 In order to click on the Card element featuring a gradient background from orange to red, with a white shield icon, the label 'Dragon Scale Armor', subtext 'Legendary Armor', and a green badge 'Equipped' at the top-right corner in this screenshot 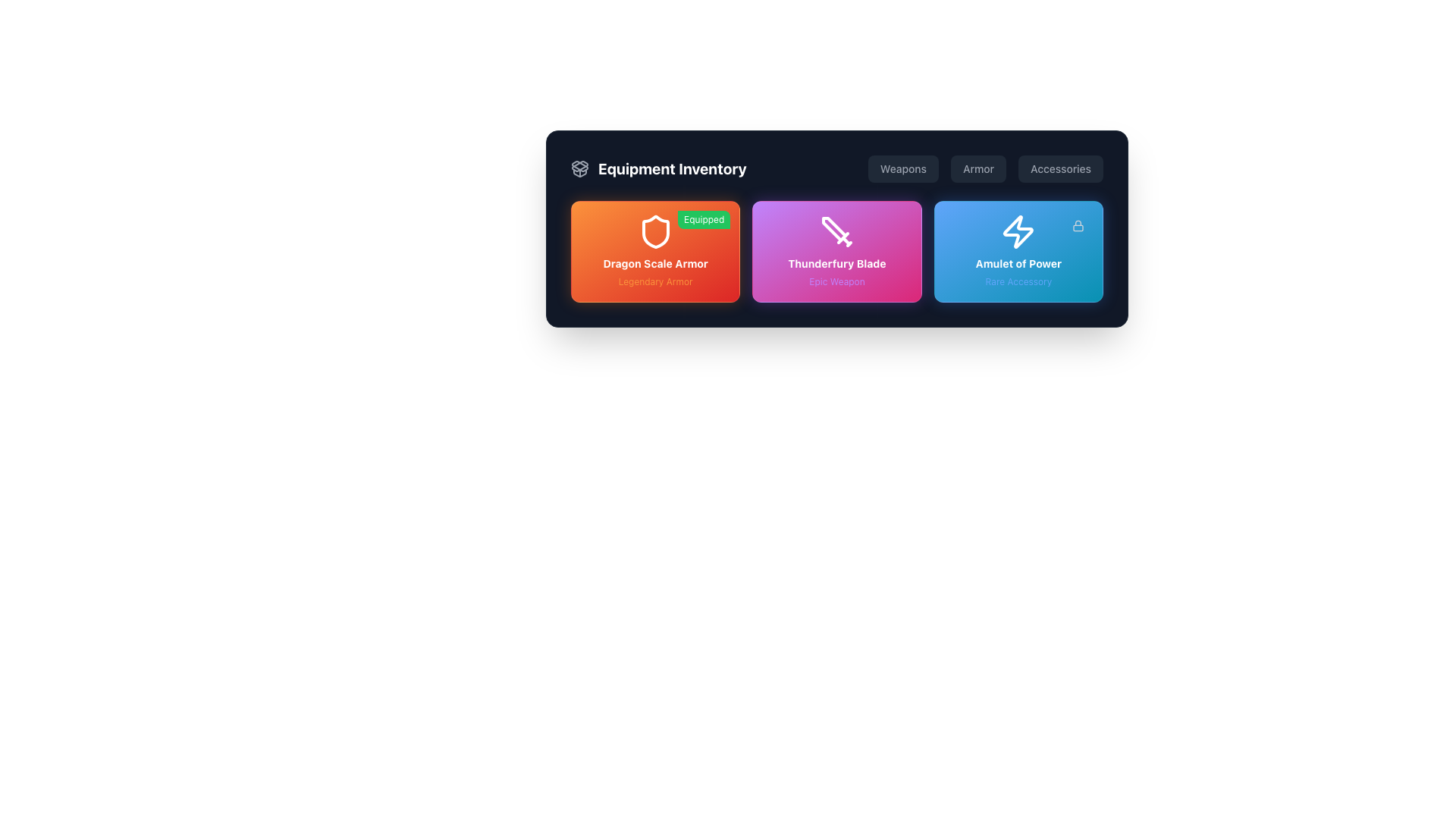, I will do `click(655, 250)`.